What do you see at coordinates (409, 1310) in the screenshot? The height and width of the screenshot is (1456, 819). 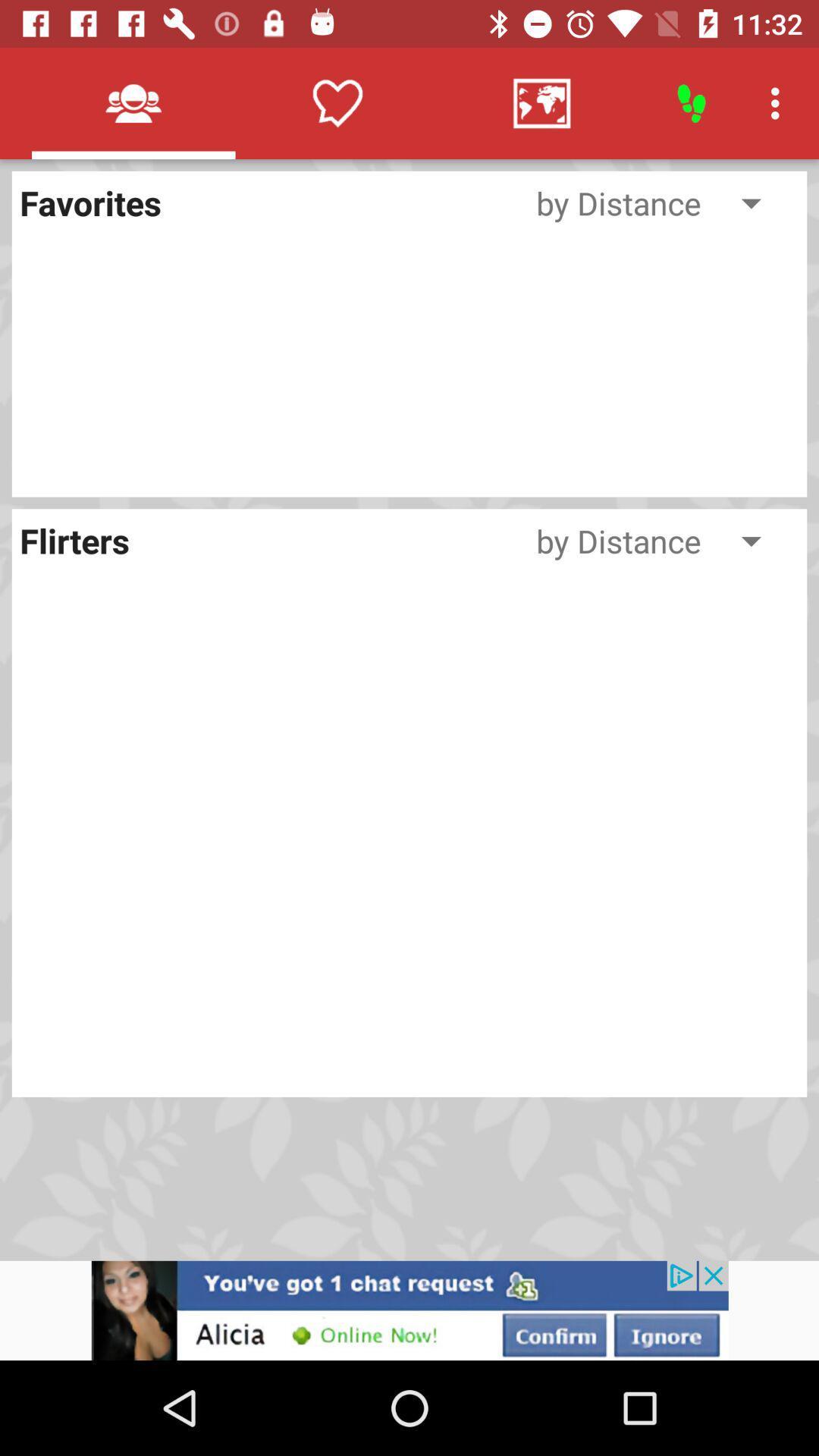 I see `advertisement` at bounding box center [409, 1310].